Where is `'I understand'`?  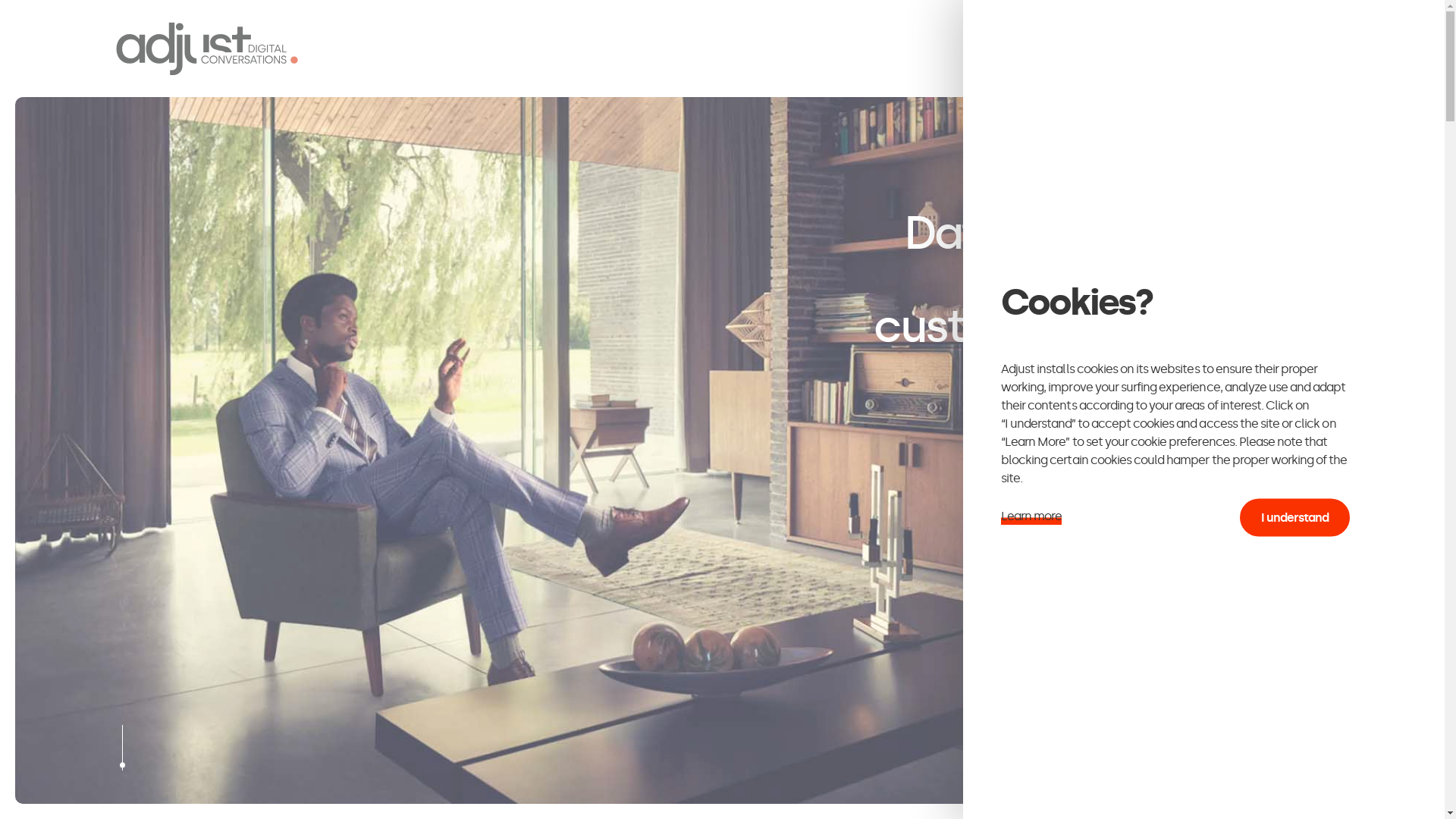
'I understand' is located at coordinates (1294, 516).